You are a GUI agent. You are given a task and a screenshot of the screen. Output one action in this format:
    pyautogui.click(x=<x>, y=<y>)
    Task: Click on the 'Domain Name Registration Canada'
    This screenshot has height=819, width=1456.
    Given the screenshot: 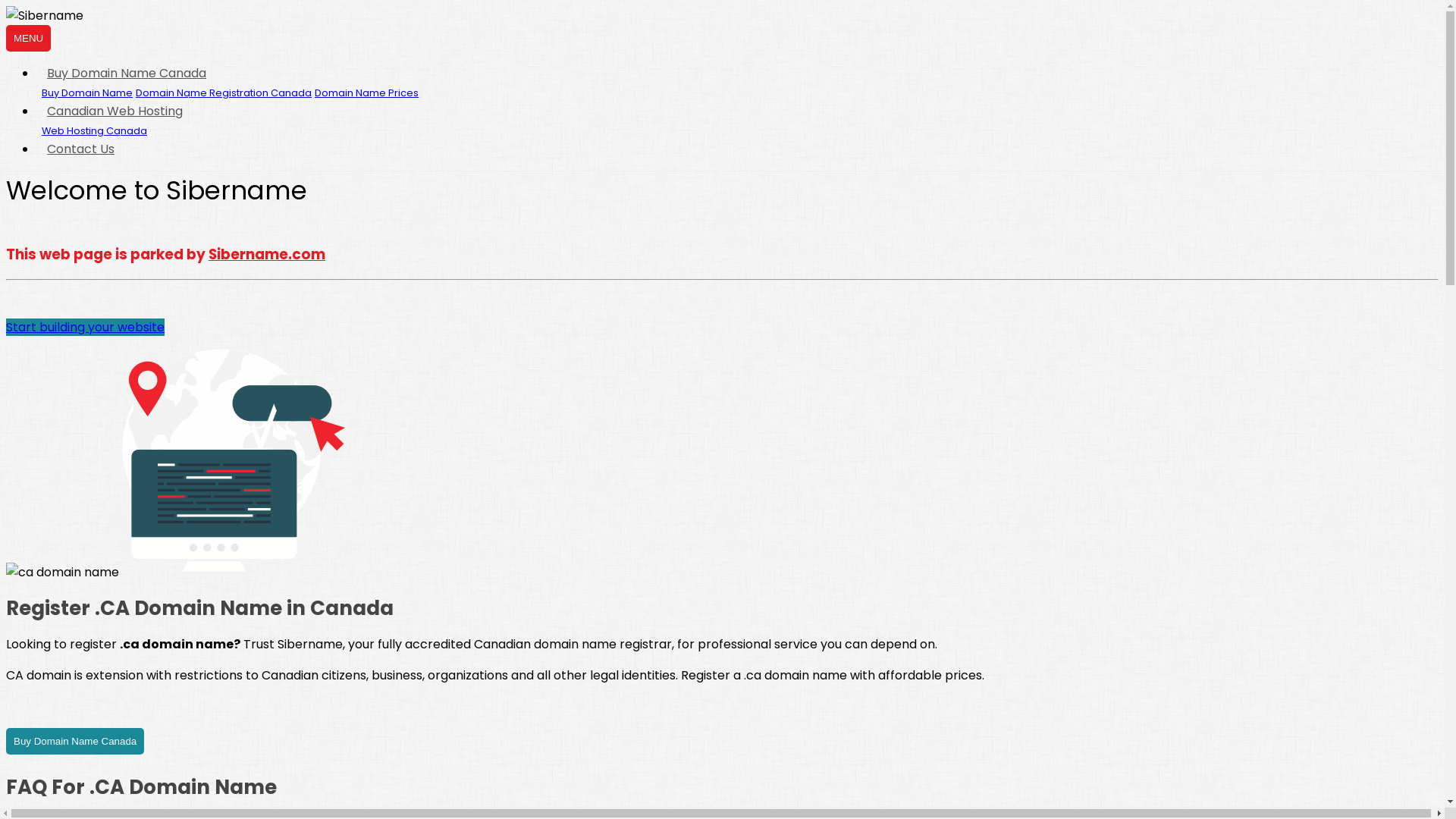 What is the action you would take?
    pyautogui.click(x=222, y=93)
    